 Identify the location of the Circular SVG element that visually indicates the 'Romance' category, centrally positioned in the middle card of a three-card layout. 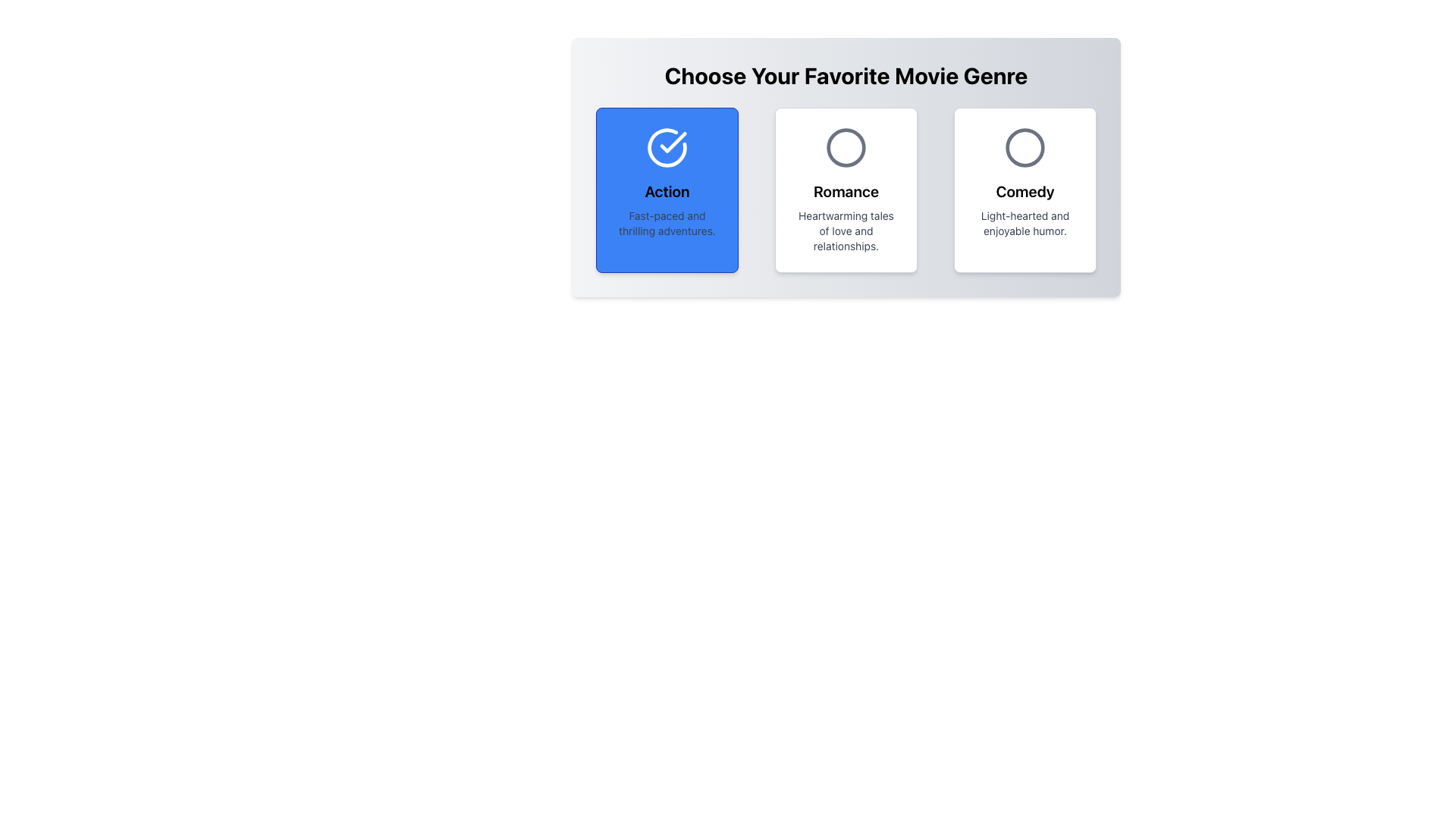
(846, 148).